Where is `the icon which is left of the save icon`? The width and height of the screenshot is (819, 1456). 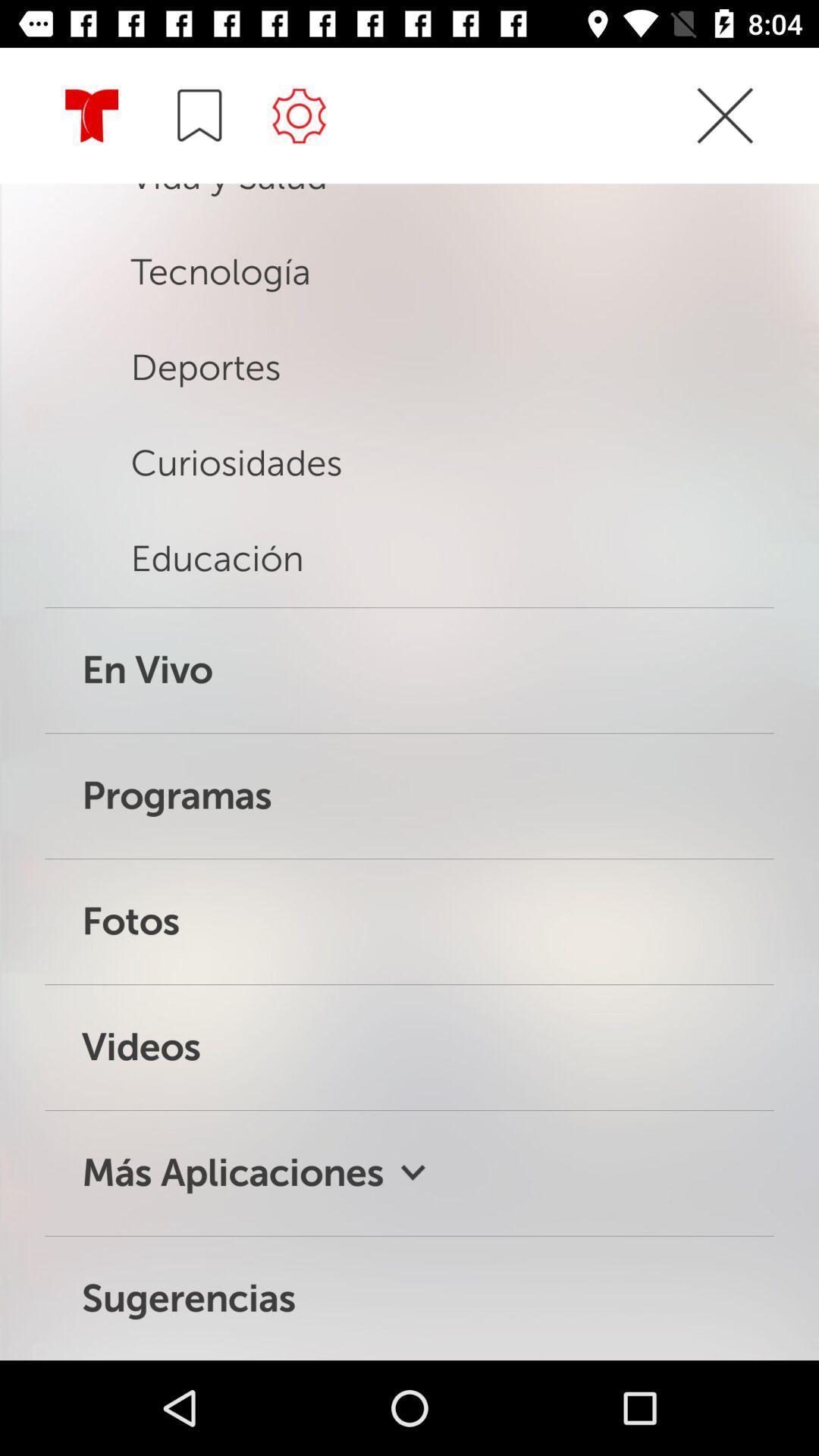
the icon which is left of the save icon is located at coordinates (91, 116).